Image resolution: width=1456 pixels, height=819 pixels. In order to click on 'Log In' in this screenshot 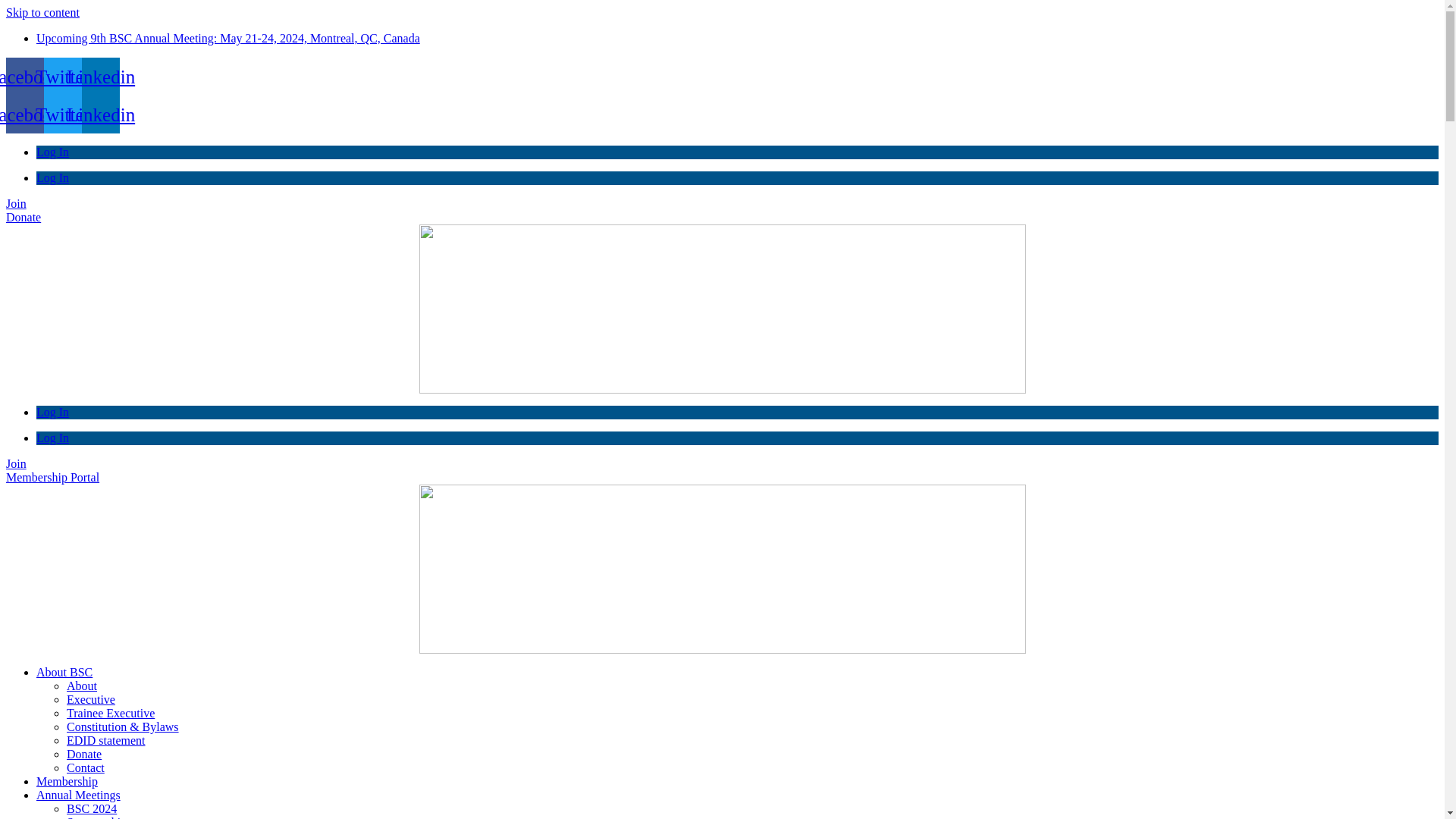, I will do `click(52, 177)`.